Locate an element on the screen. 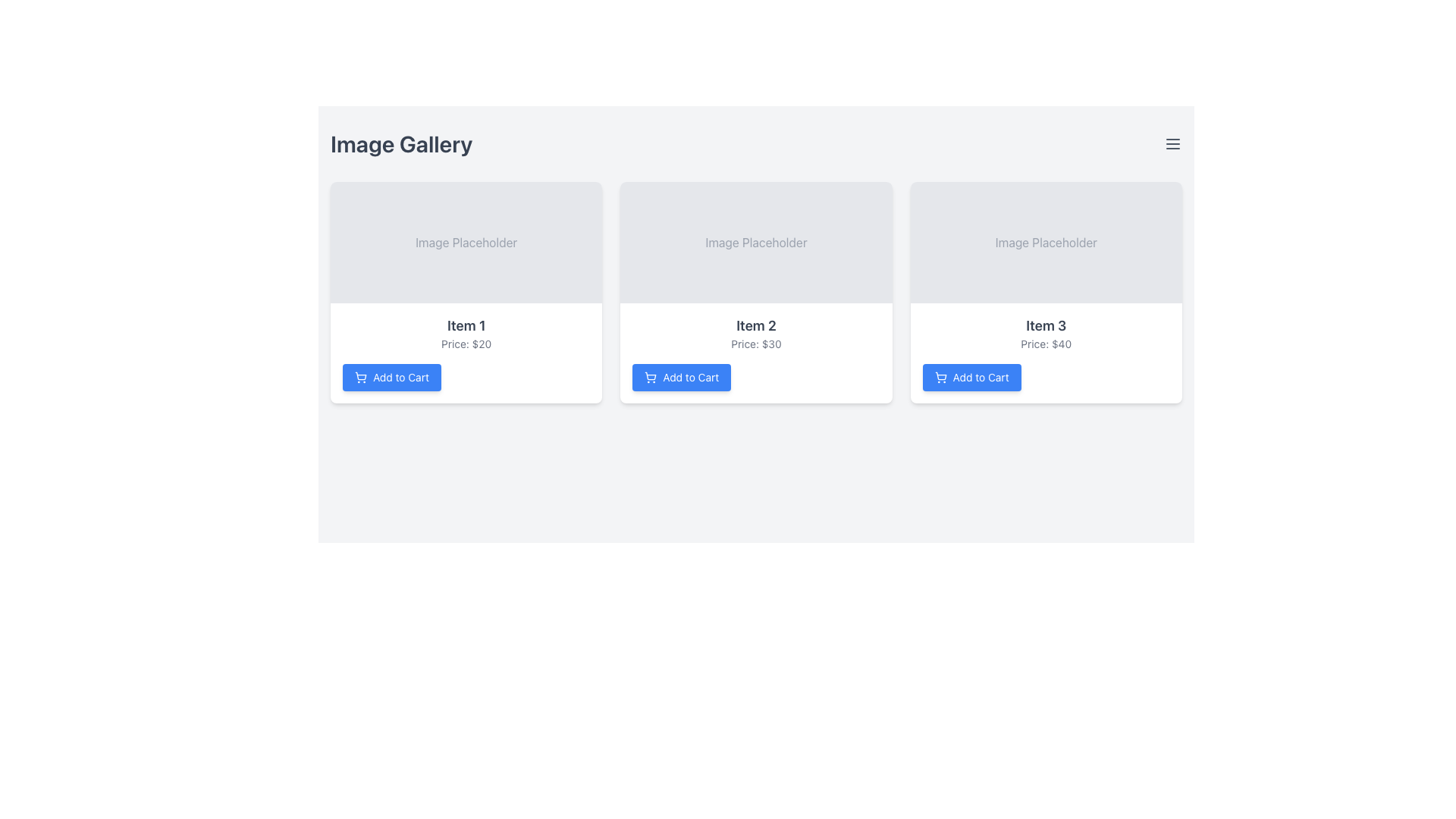 The image size is (1456, 819). the 'Add Item 3 to Cart' button located below the price text of the 'Item 3' card, which is the third button from the left in a row of similar buttons is located at coordinates (971, 376).